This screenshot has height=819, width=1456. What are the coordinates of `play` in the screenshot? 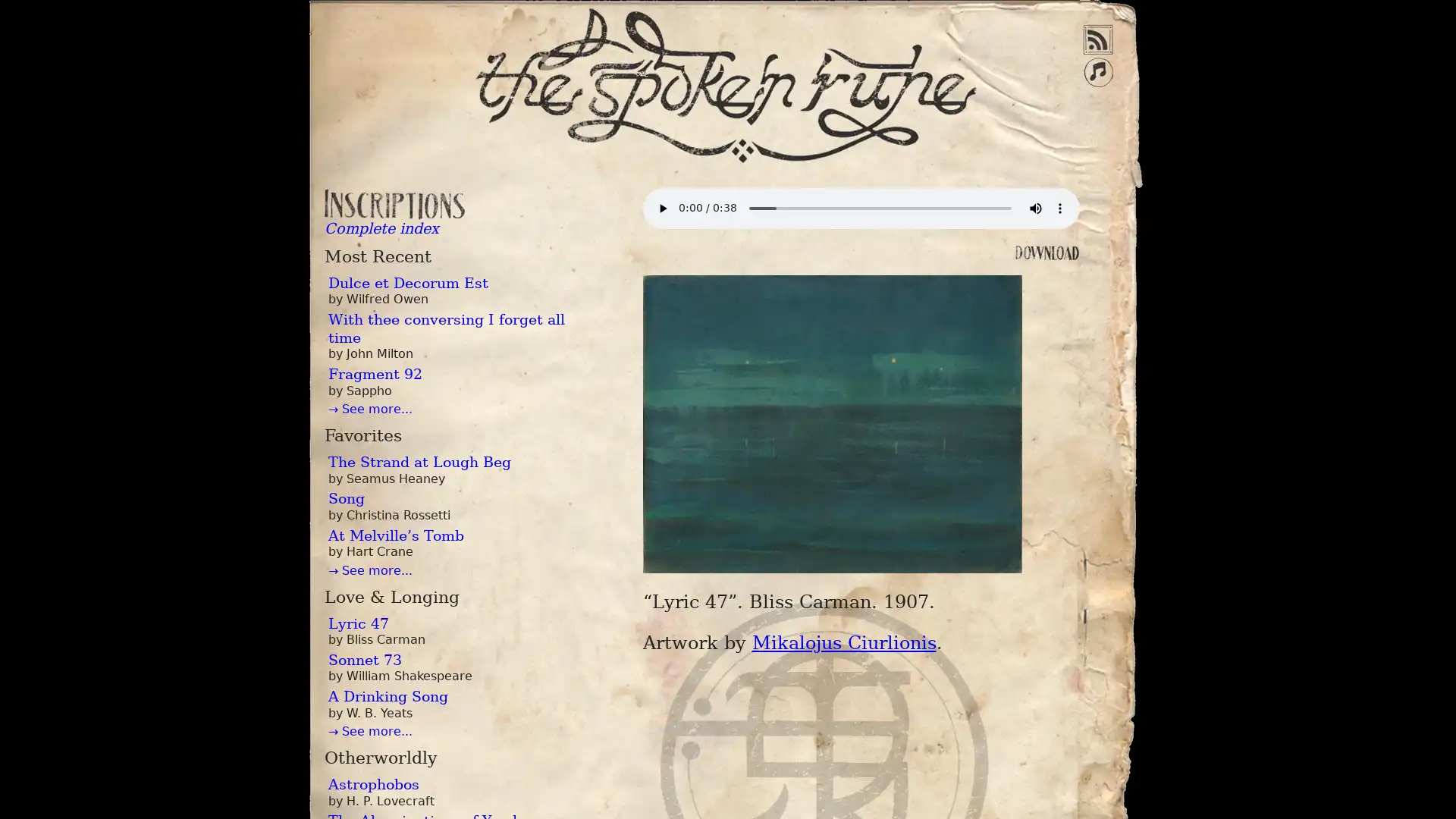 It's located at (662, 208).